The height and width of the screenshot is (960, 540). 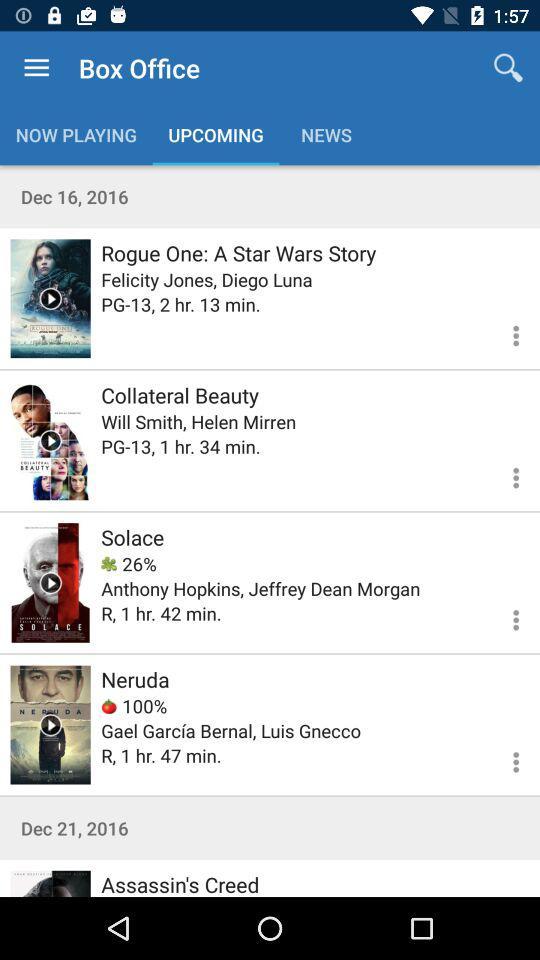 I want to click on trailer, so click(x=50, y=297).